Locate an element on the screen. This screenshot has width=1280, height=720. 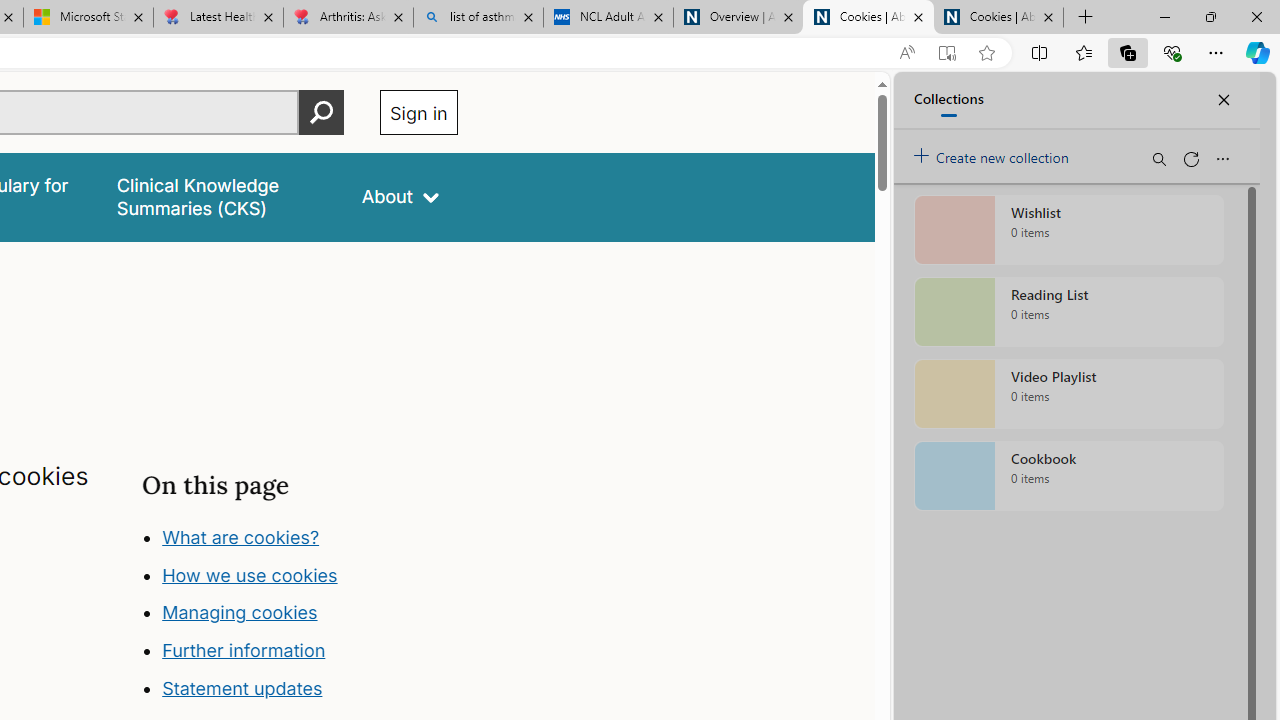
'NCL Adult Asthma Inhaler Choice Guideline' is located at coordinates (607, 17).